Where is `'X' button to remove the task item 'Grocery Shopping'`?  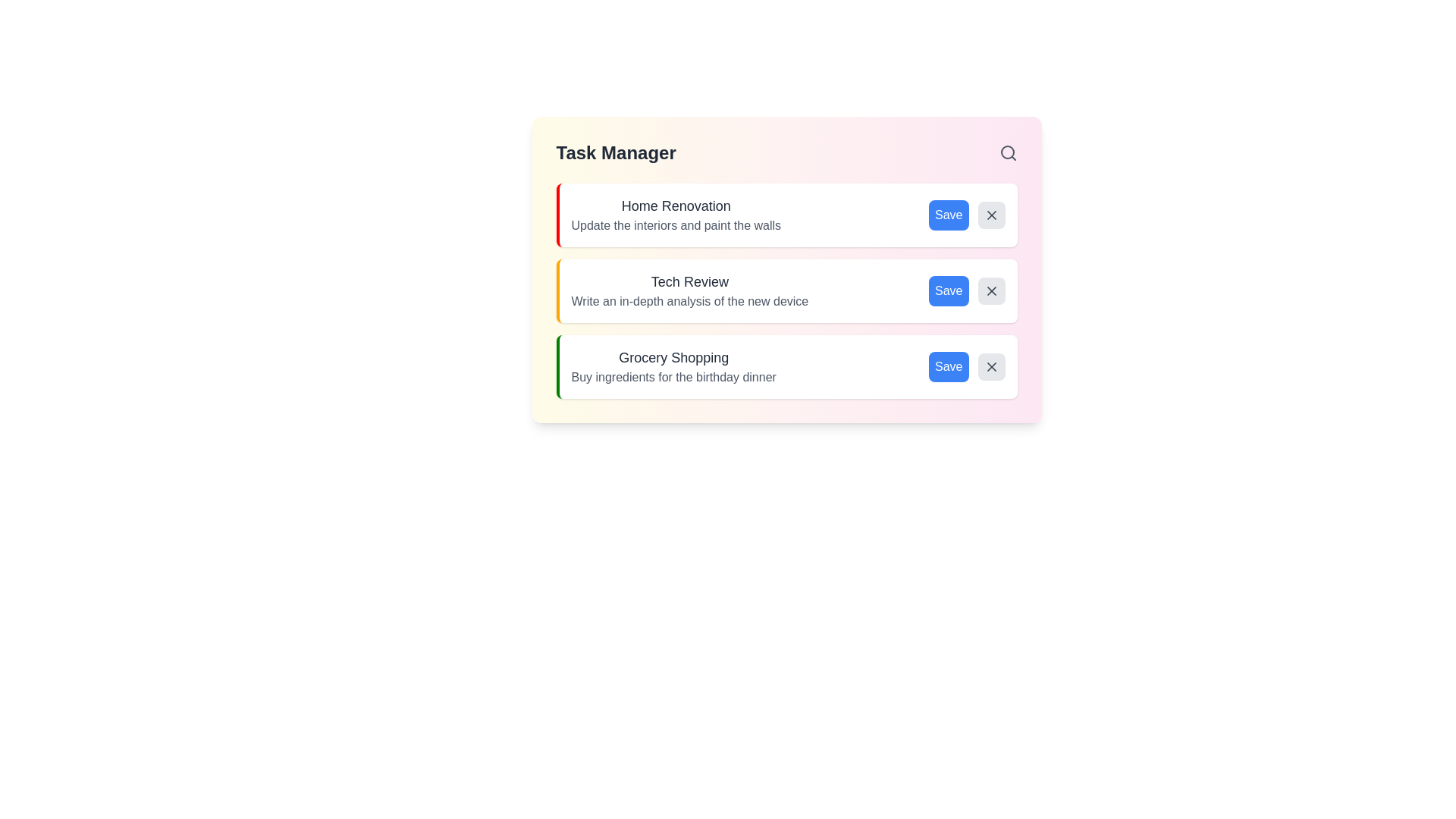 'X' button to remove the task item 'Grocery Shopping' is located at coordinates (991, 366).